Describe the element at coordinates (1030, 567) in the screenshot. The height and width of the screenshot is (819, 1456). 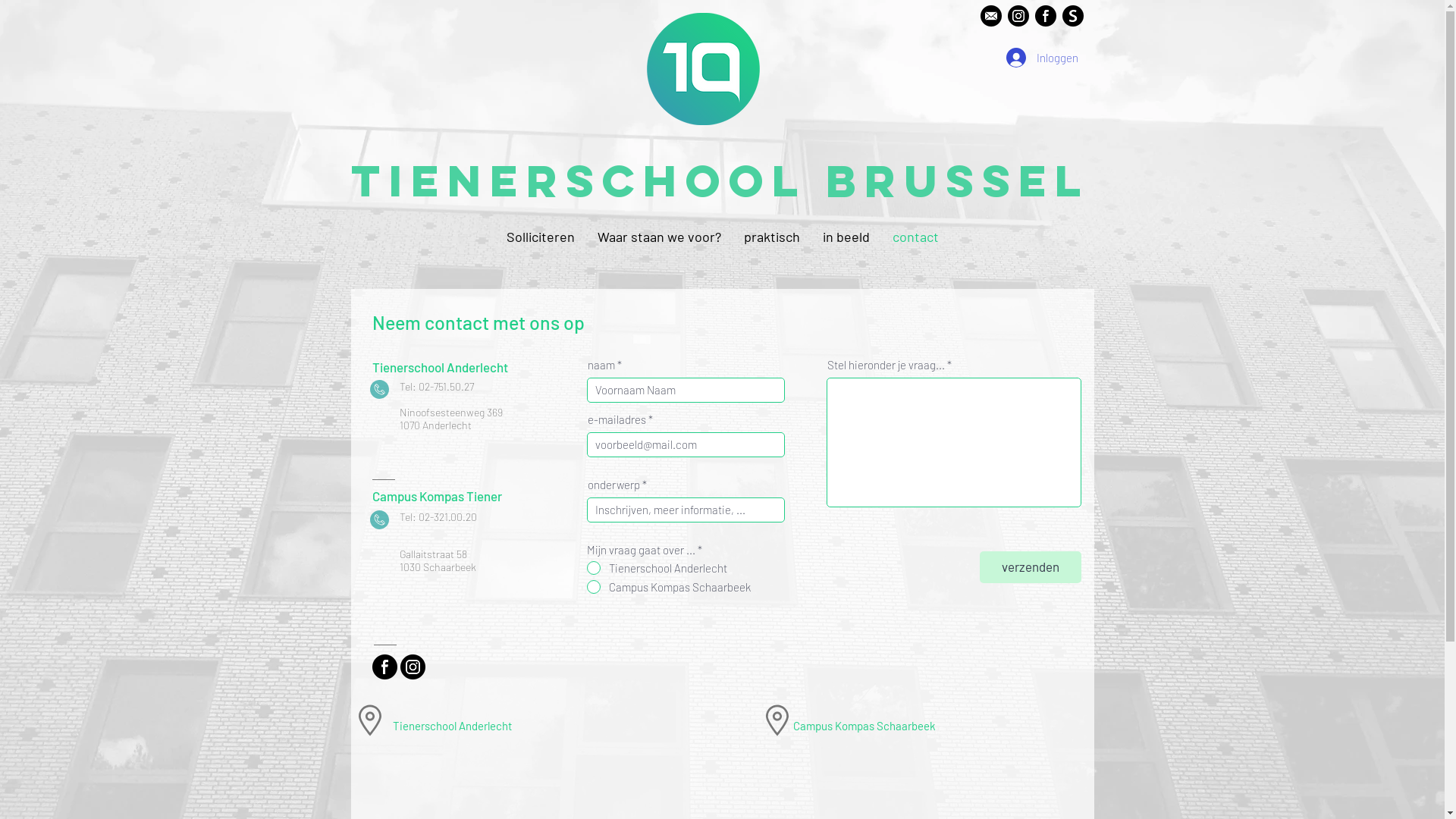
I see `'verzenden'` at that location.